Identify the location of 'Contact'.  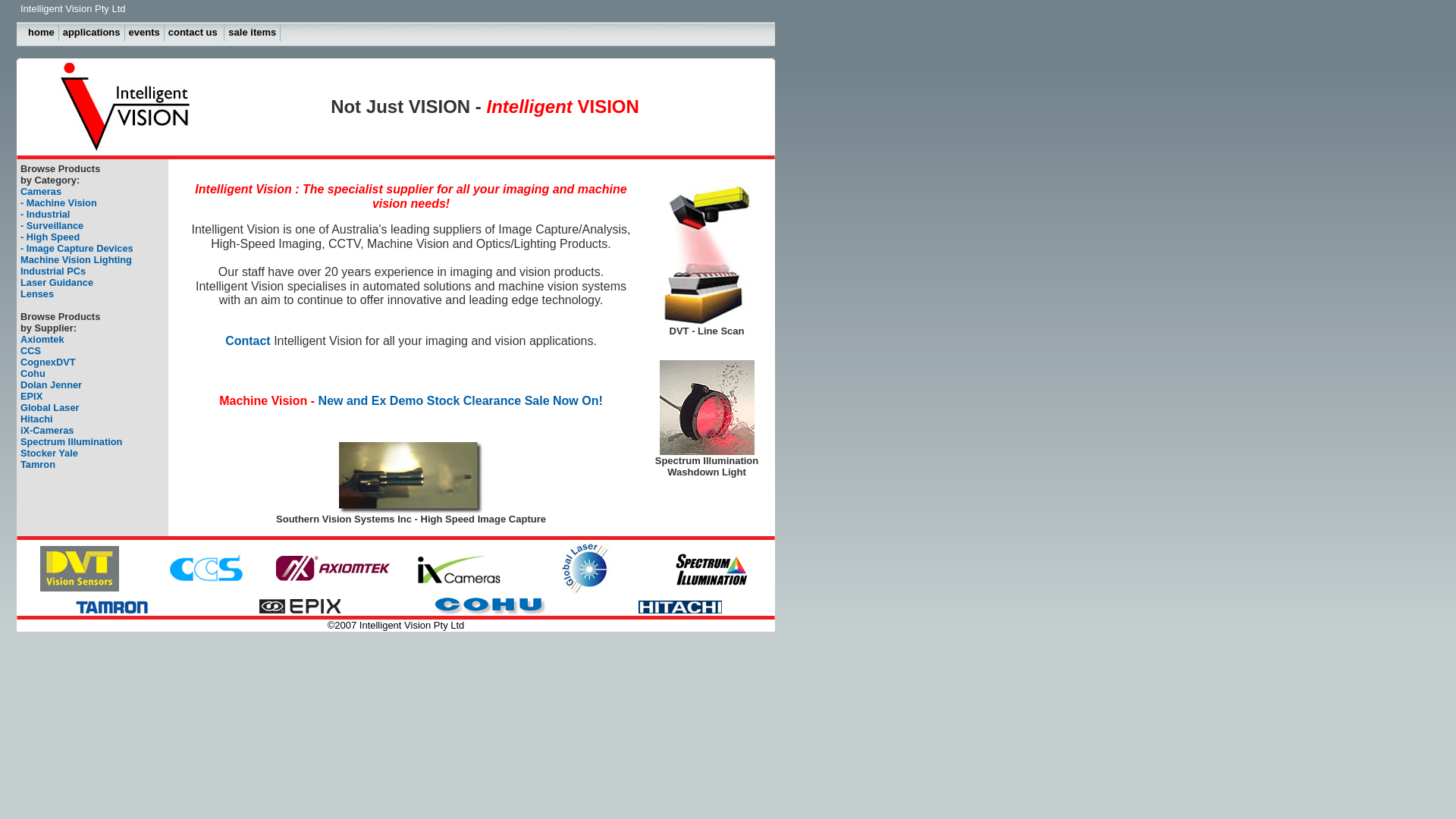
(317, 348).